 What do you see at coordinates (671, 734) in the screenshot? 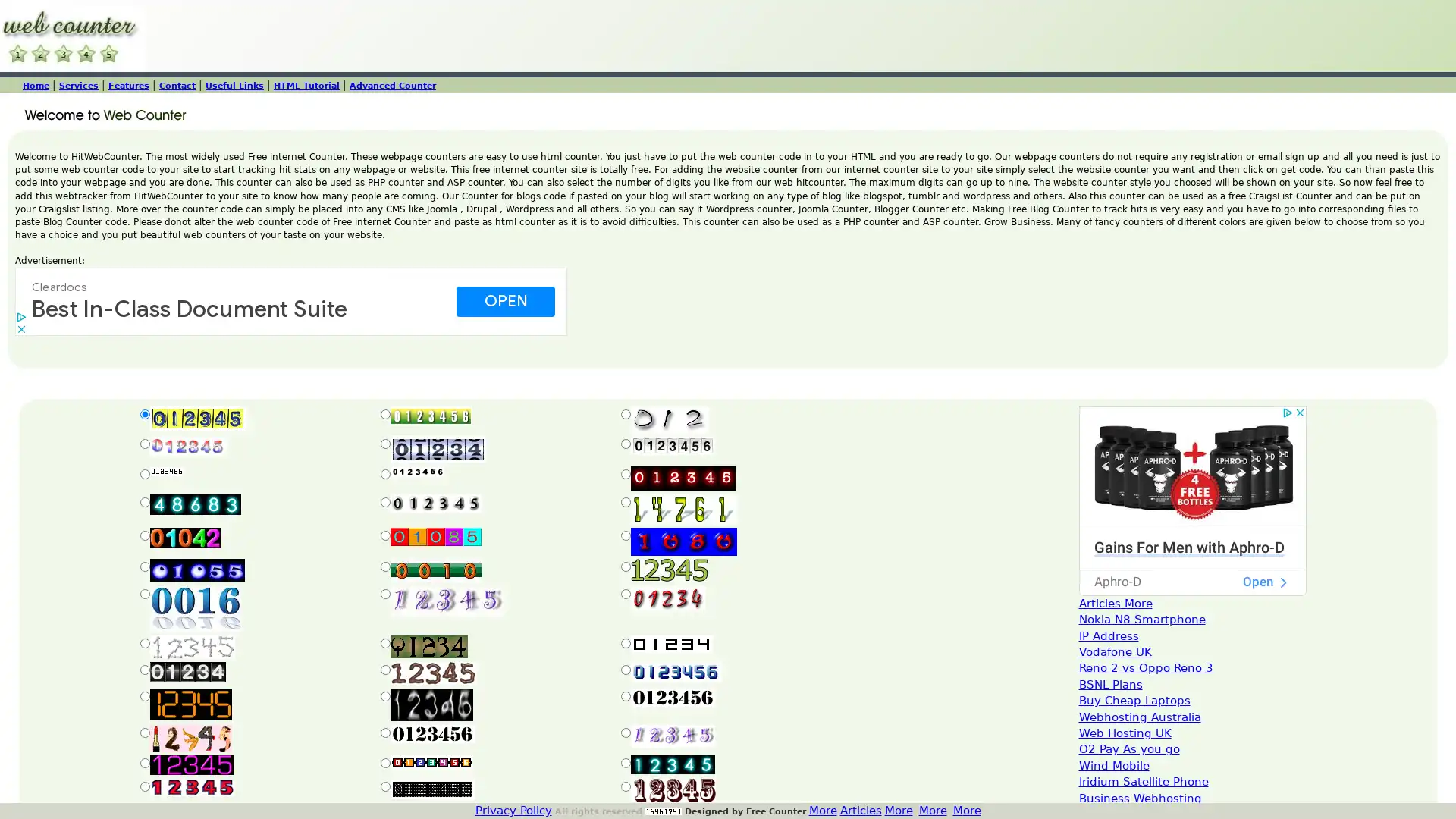
I see `Submit` at bounding box center [671, 734].